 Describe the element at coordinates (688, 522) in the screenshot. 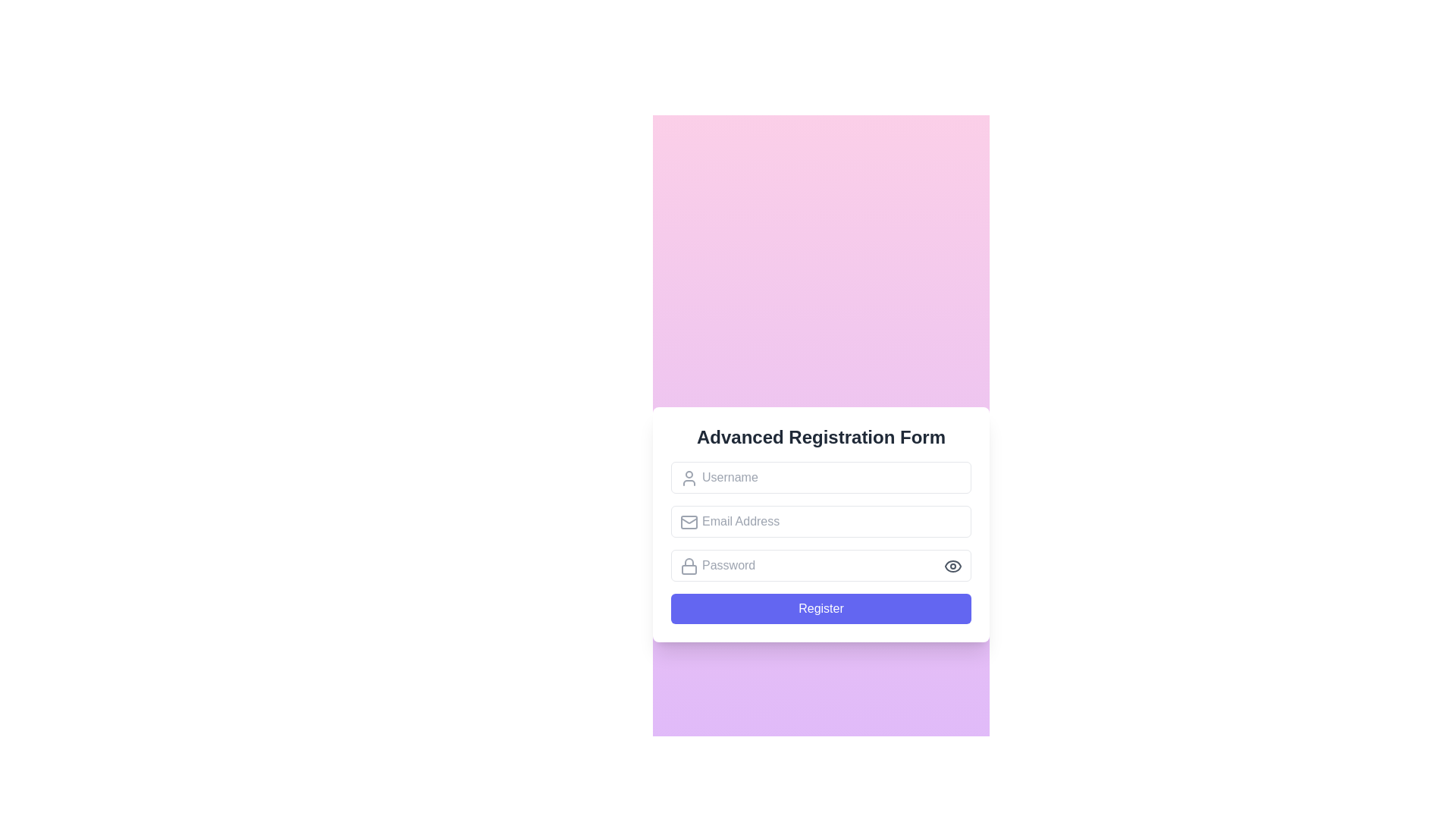

I see `the mail icon, which is a gray outlined envelope shape located to the left of the 'Email Address' input field` at that location.